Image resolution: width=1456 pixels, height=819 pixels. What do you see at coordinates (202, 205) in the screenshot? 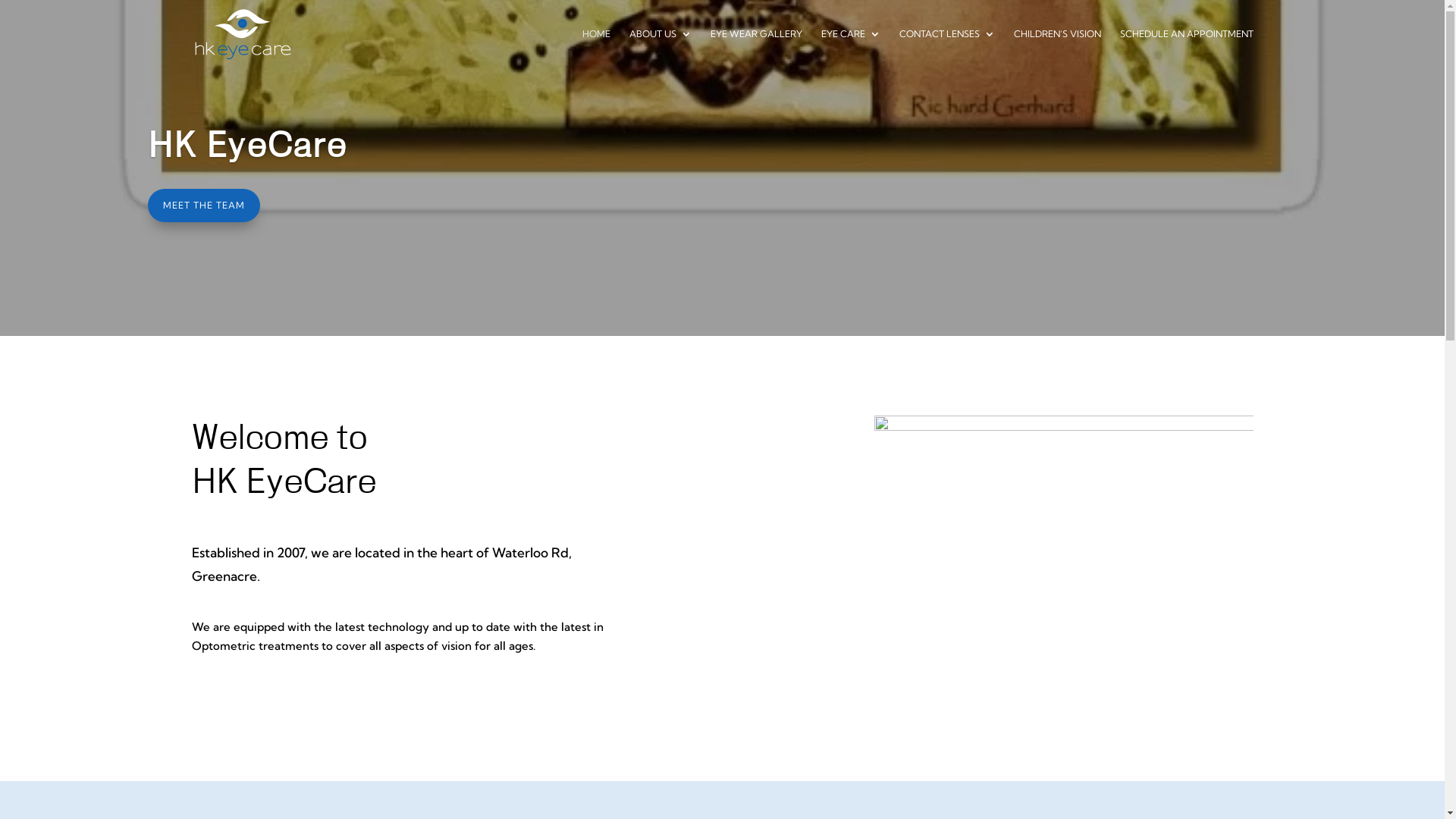
I see `'MEET THE TEAM'` at bounding box center [202, 205].